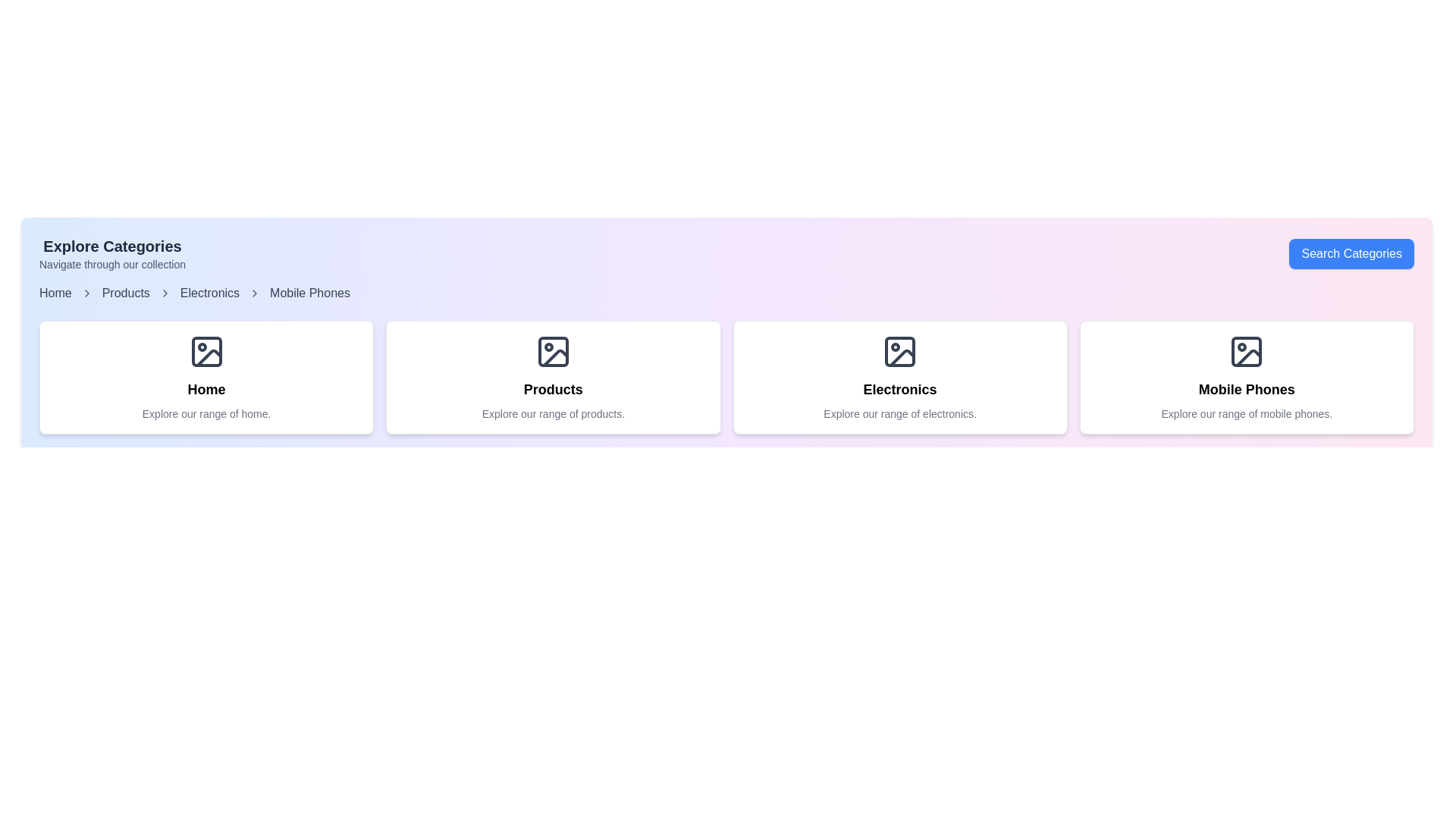  I want to click on the chevron icon used as a separator in the breadcrumb navigation between 'Electronics' and 'Mobile Phones', so click(255, 293).